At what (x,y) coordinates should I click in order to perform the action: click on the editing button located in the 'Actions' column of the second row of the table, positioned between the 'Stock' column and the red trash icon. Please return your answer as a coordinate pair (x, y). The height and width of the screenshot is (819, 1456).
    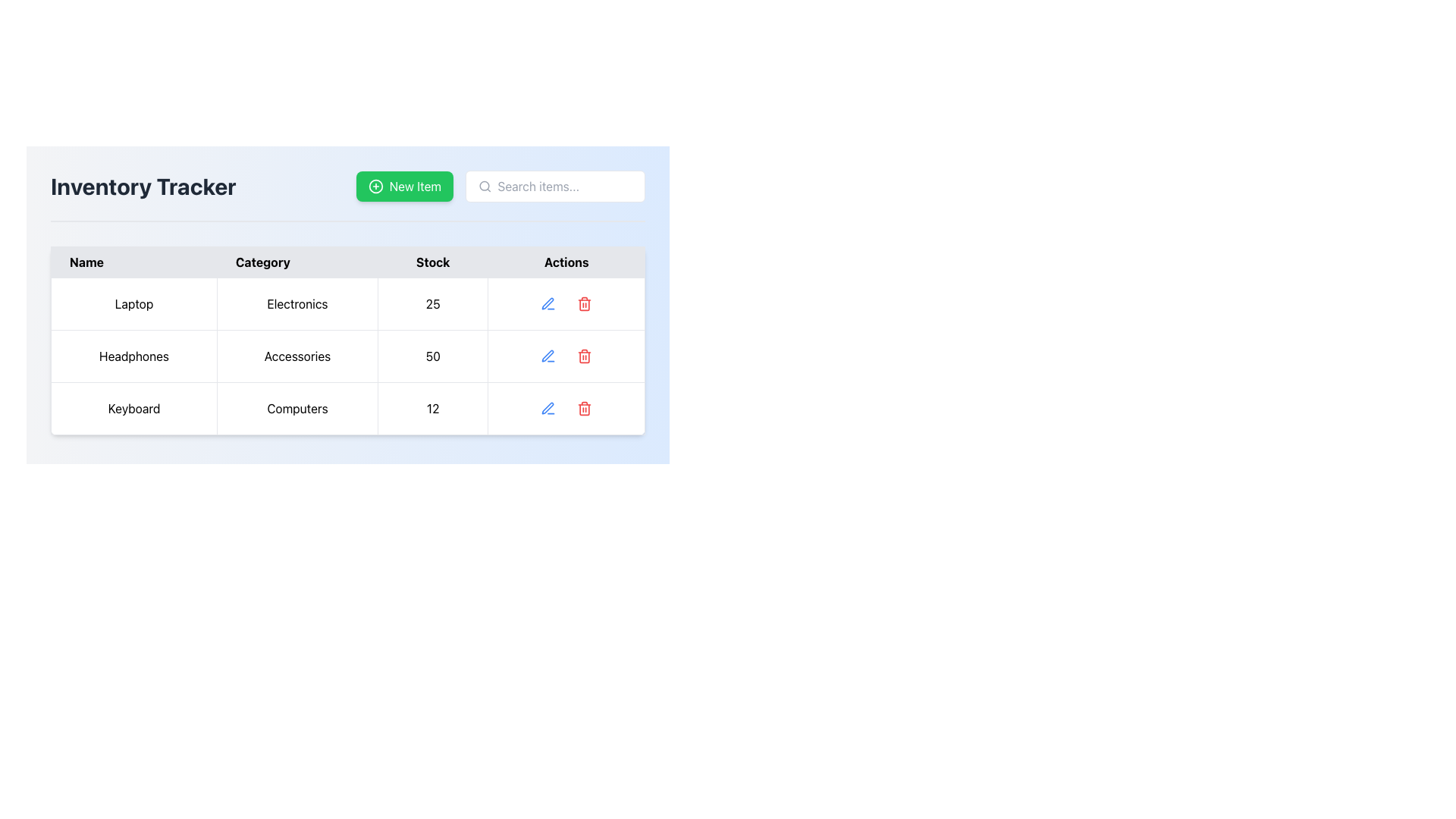
    Looking at the image, I should click on (548, 356).